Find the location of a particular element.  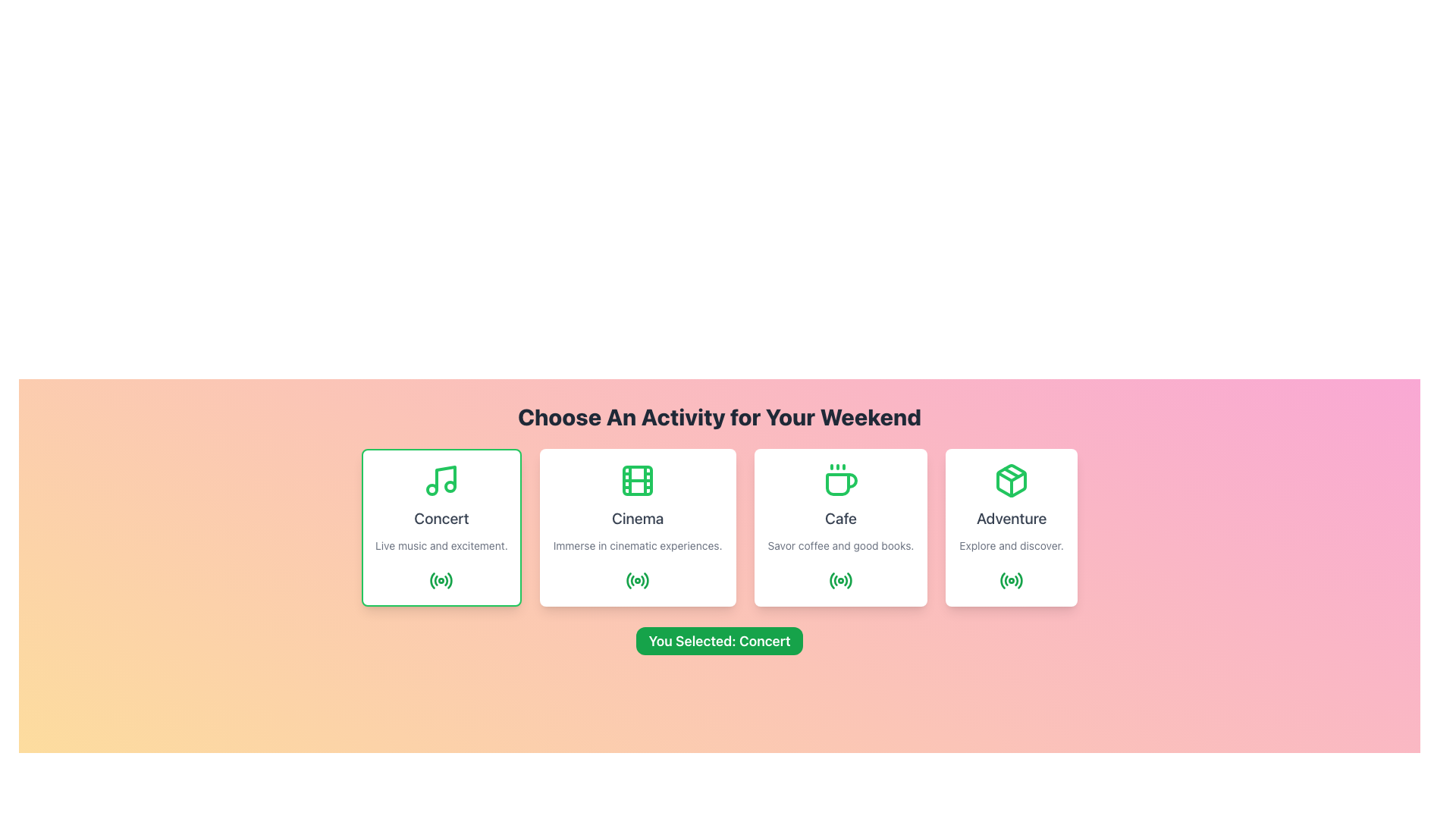

the decorative circle component of the musical note icon located in the first card from the left in the 'Choose An Activity for Your Weekend' section is located at coordinates (431, 489).